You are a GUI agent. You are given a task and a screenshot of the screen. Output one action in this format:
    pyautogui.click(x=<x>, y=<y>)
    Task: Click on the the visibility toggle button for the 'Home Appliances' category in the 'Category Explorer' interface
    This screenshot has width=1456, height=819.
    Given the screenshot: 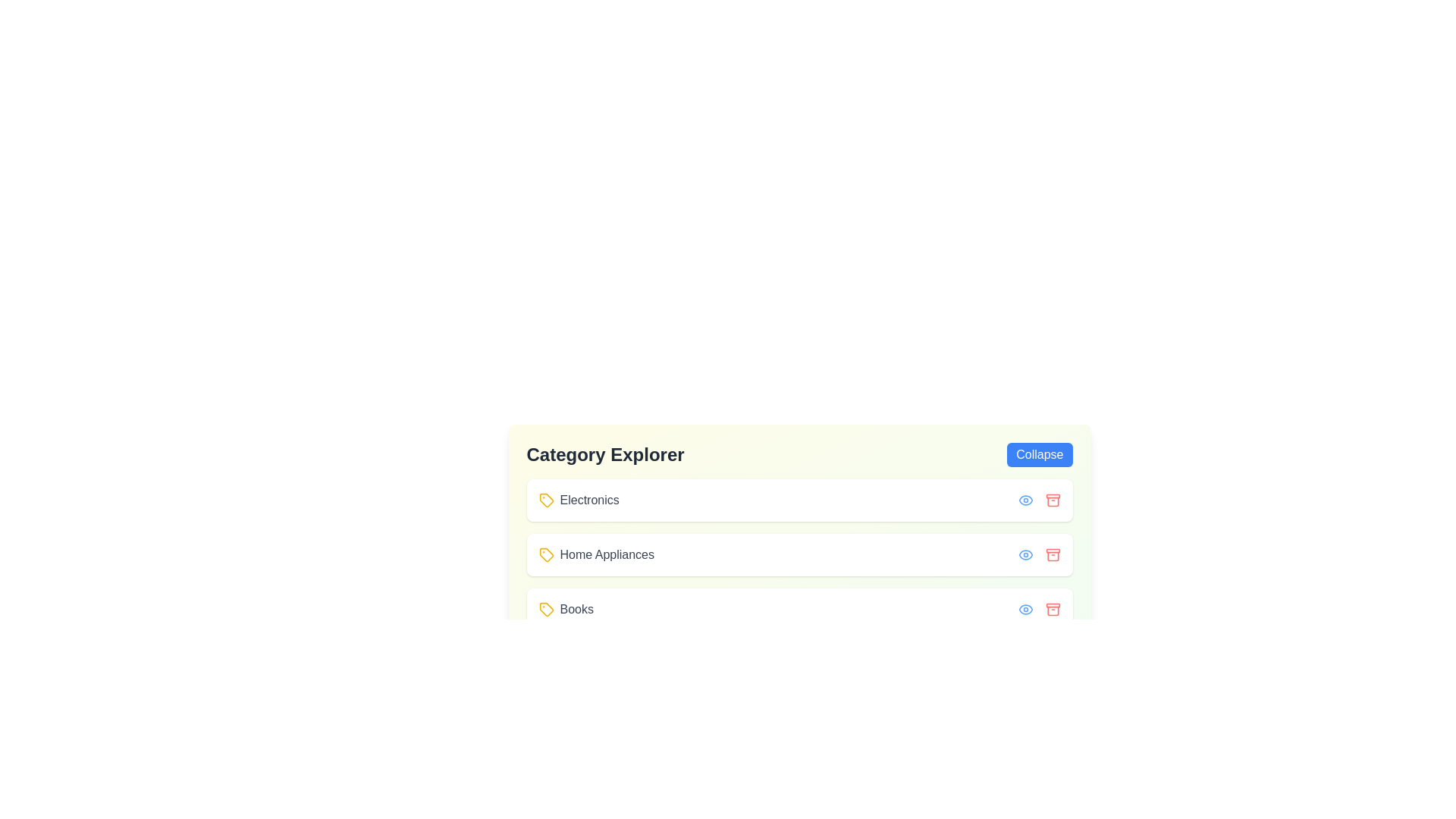 What is the action you would take?
    pyautogui.click(x=1025, y=555)
    